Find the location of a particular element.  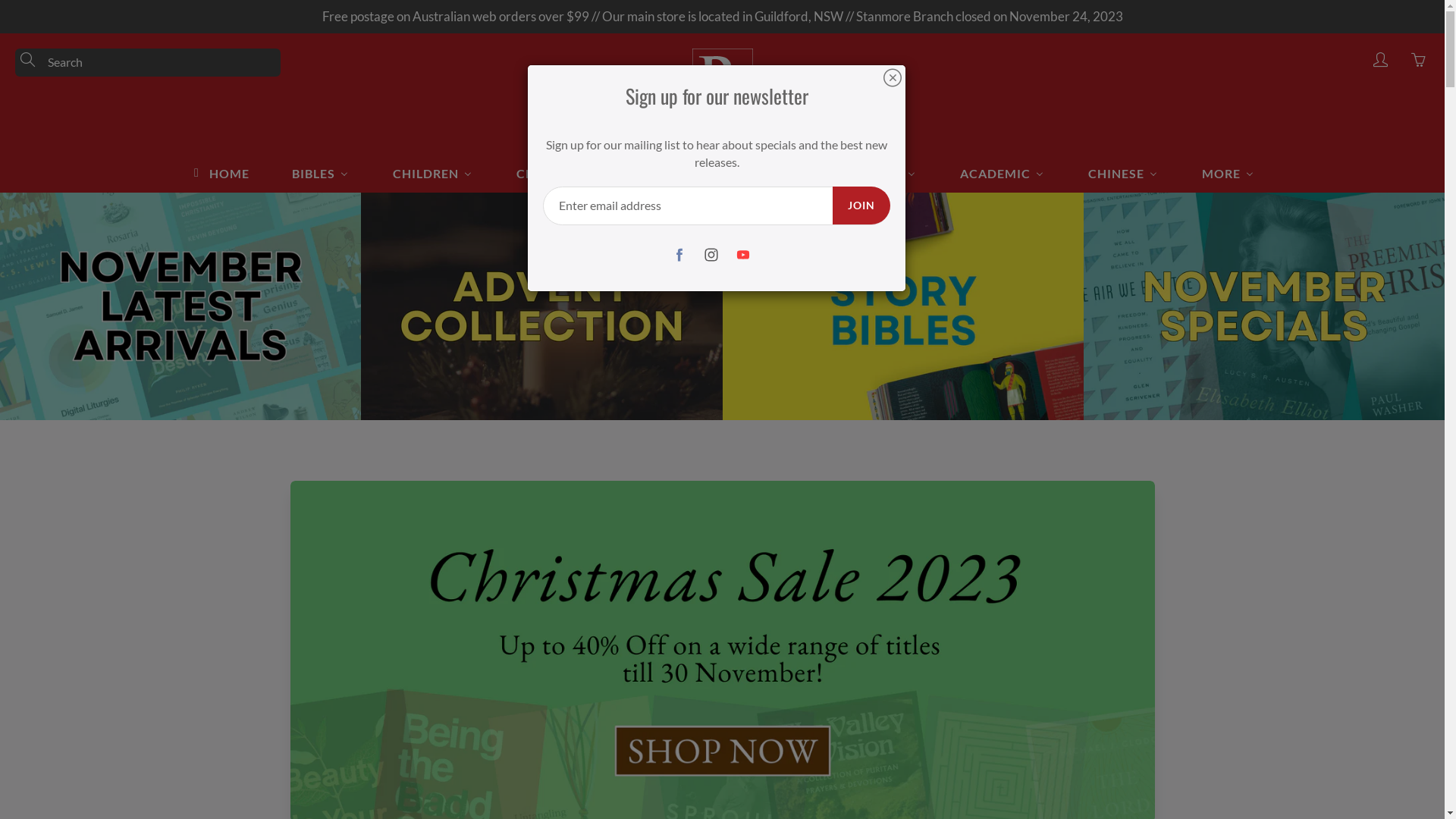

'Instagram' is located at coordinates (710, 254).